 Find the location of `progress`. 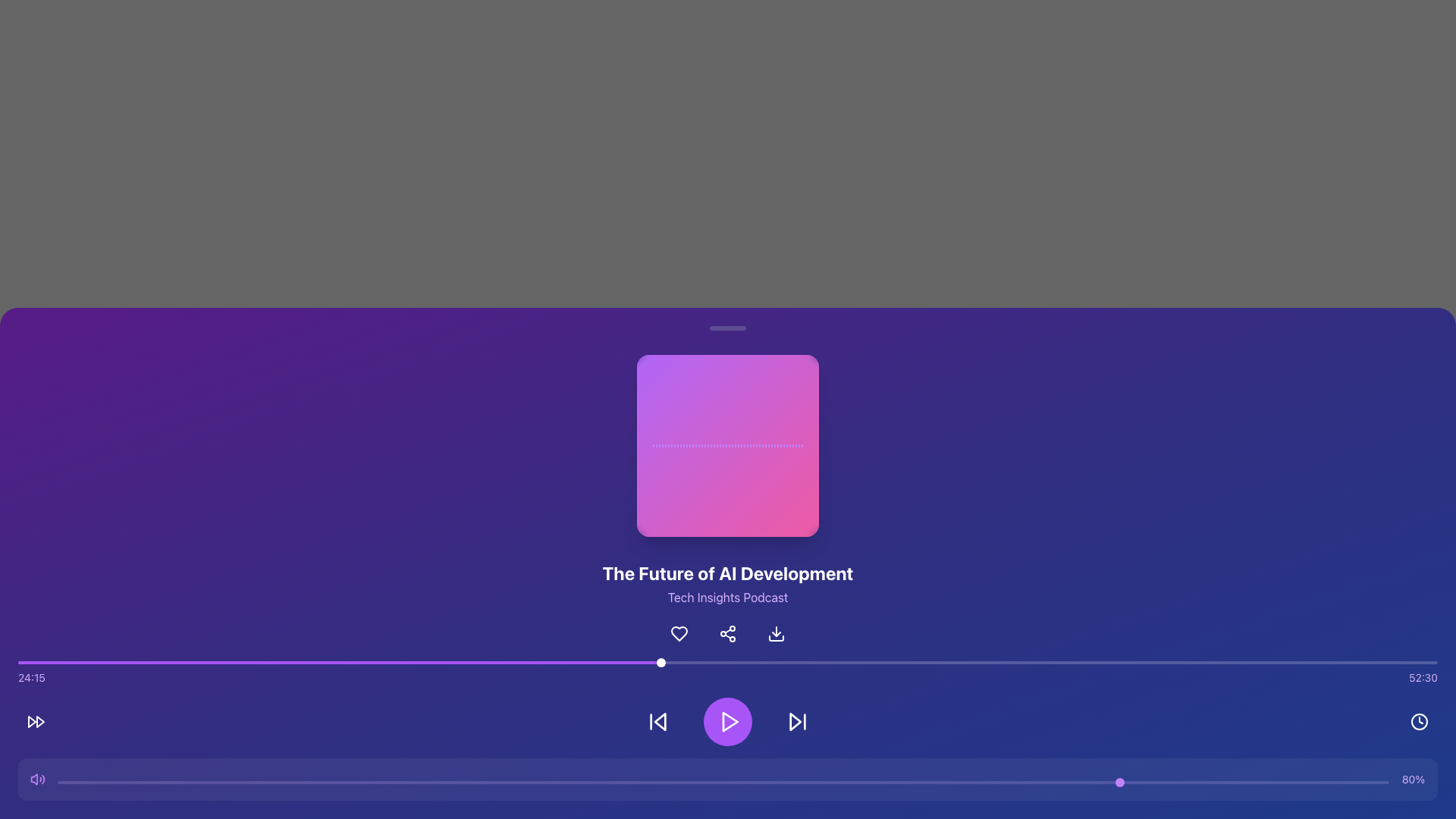

progress is located at coordinates (1253, 662).